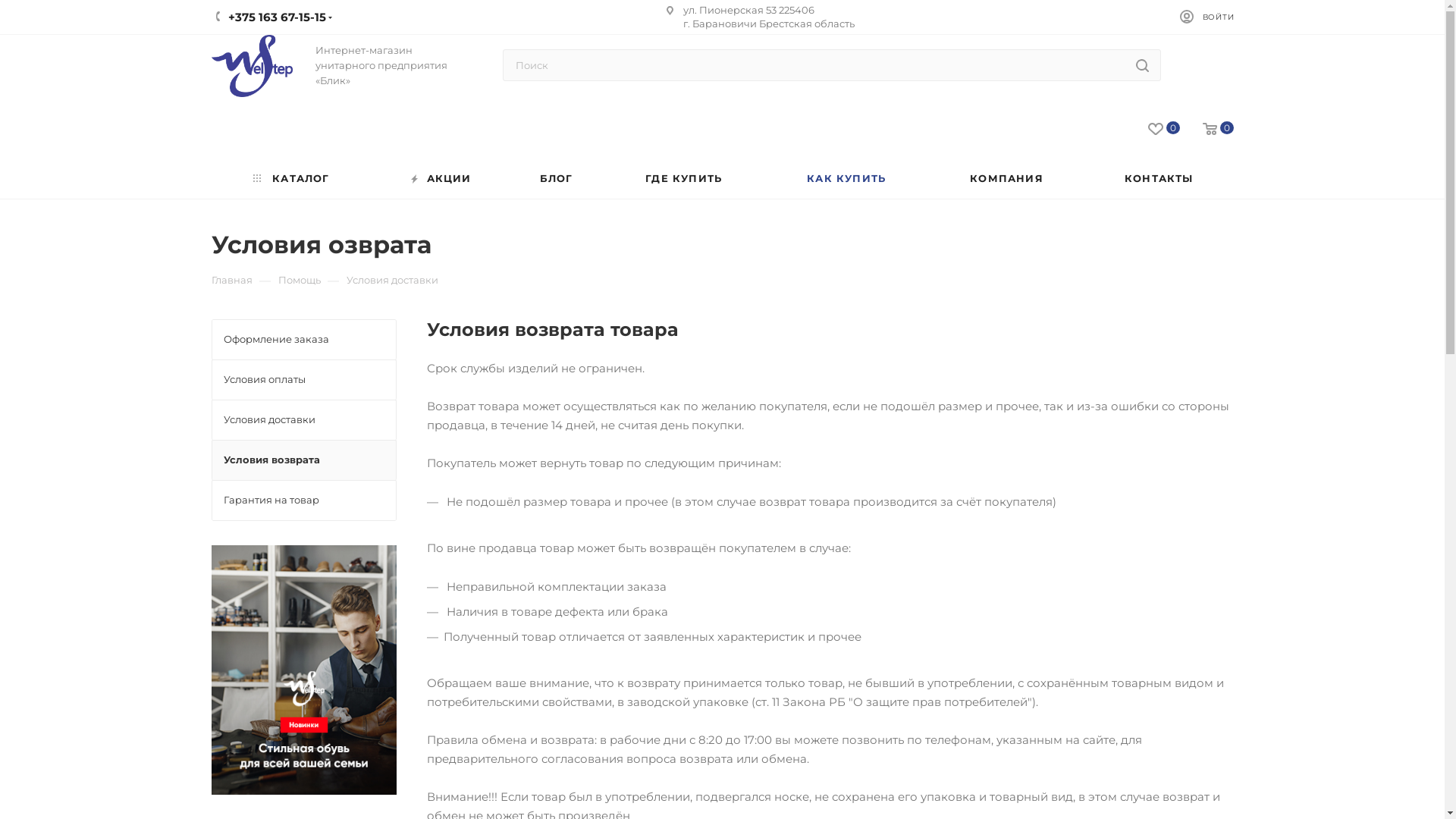 The width and height of the screenshot is (1456, 819). I want to click on '0', so click(1153, 128).